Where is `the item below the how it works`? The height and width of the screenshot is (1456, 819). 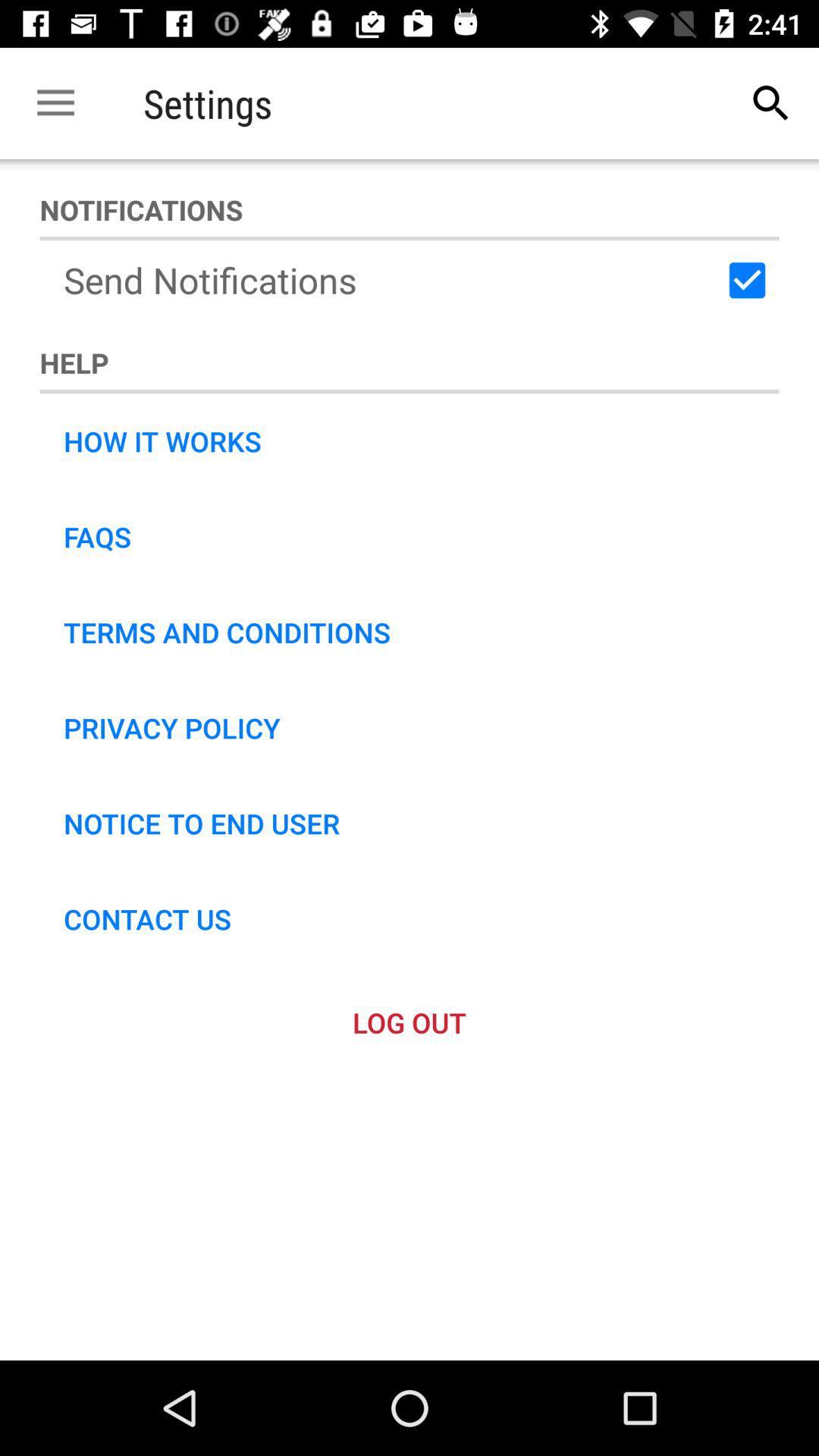 the item below the how it works is located at coordinates (97, 537).